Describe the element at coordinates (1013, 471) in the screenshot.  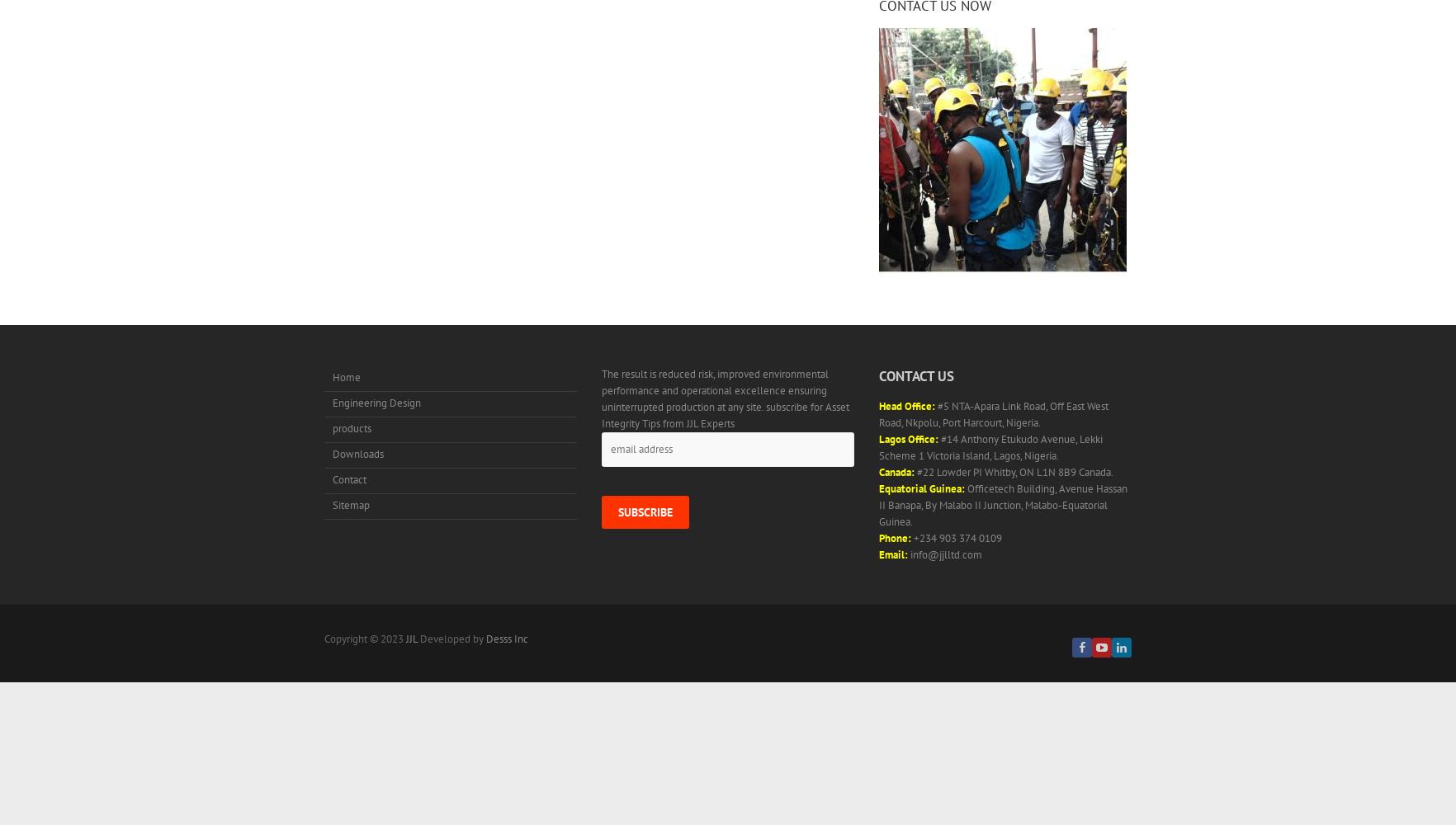
I see `'#22 Lowder PI Whitby, ON L1N 8B9 Canada.'` at that location.